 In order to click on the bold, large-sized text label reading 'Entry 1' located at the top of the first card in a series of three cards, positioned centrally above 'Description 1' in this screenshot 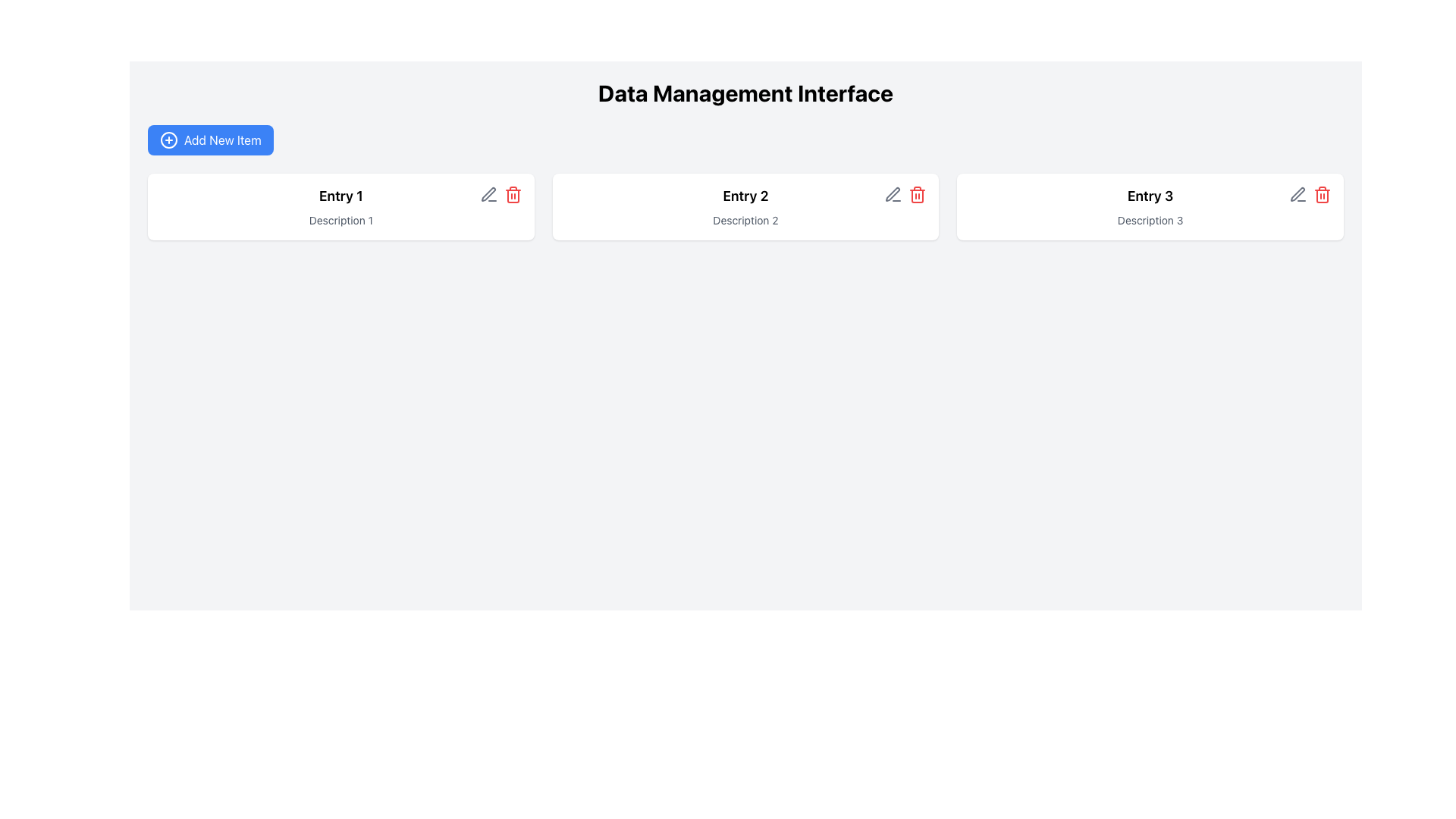, I will do `click(340, 195)`.